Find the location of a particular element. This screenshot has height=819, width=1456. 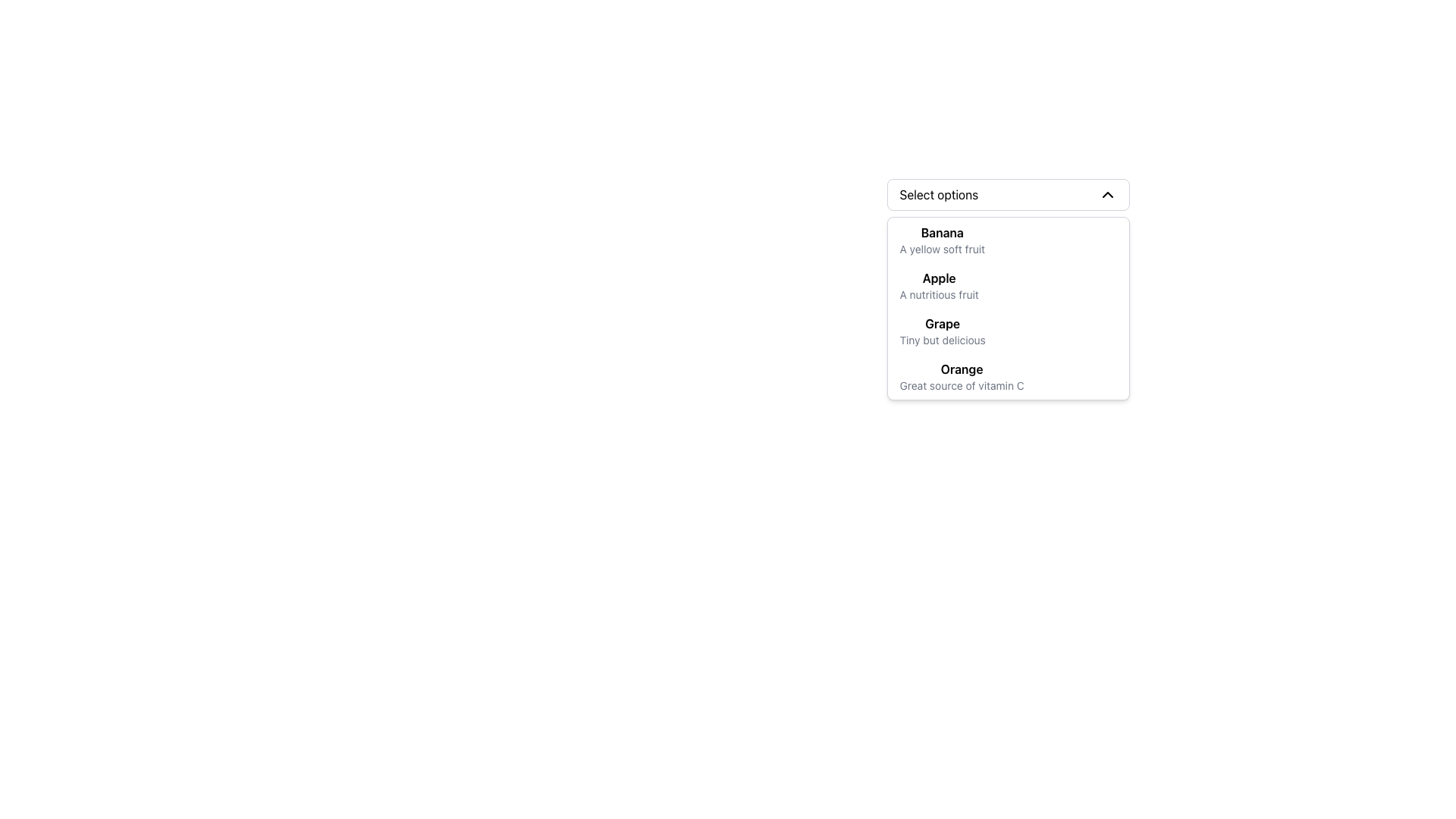

text label indicating the name of the item 'Orange' in the dropdown list, which is styled in bold and positioned above the description 'Great source of vitamin C' is located at coordinates (961, 369).